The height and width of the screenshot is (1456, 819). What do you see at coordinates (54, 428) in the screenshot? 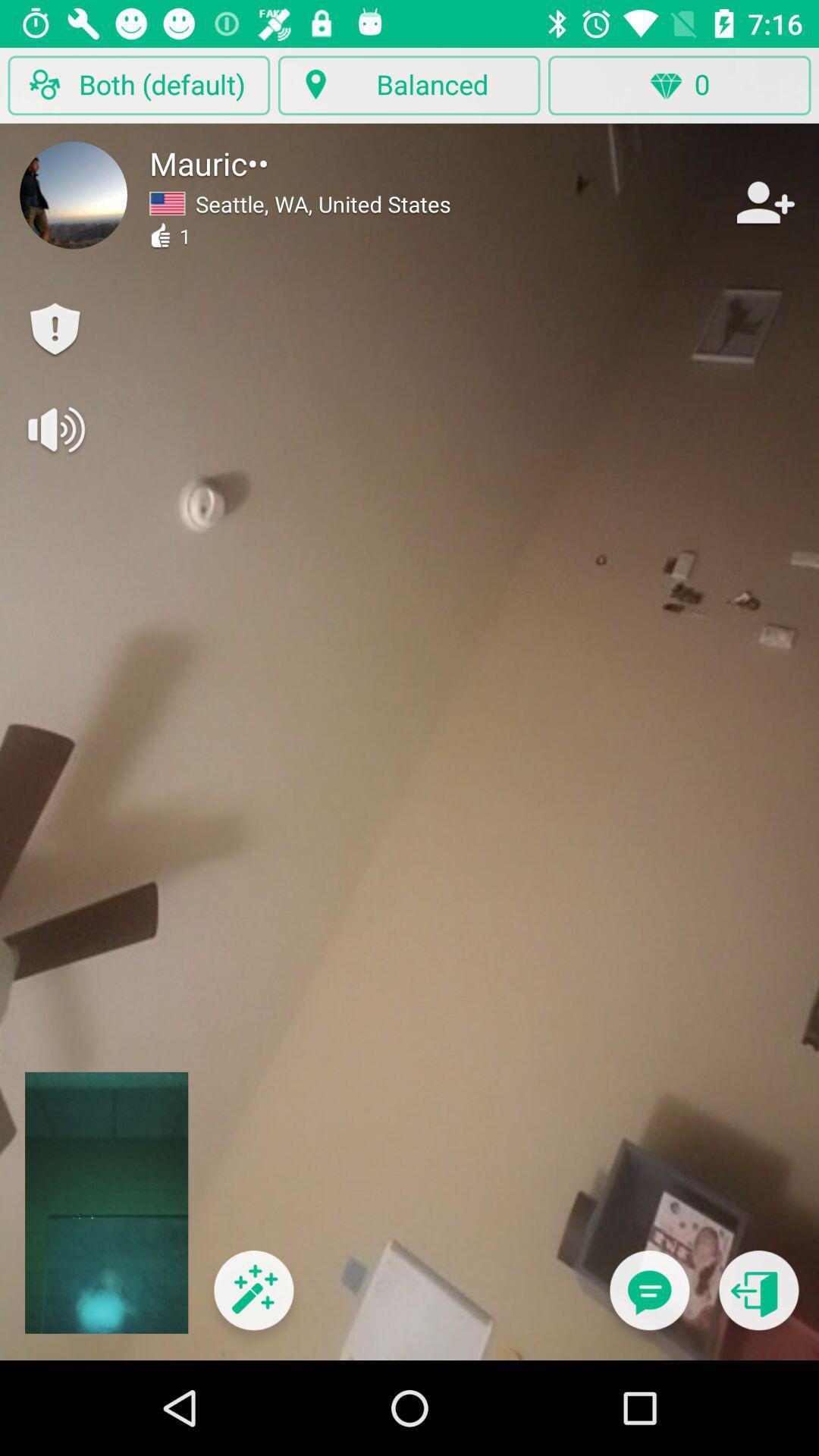
I see `click here to mute/turn off sound` at bounding box center [54, 428].